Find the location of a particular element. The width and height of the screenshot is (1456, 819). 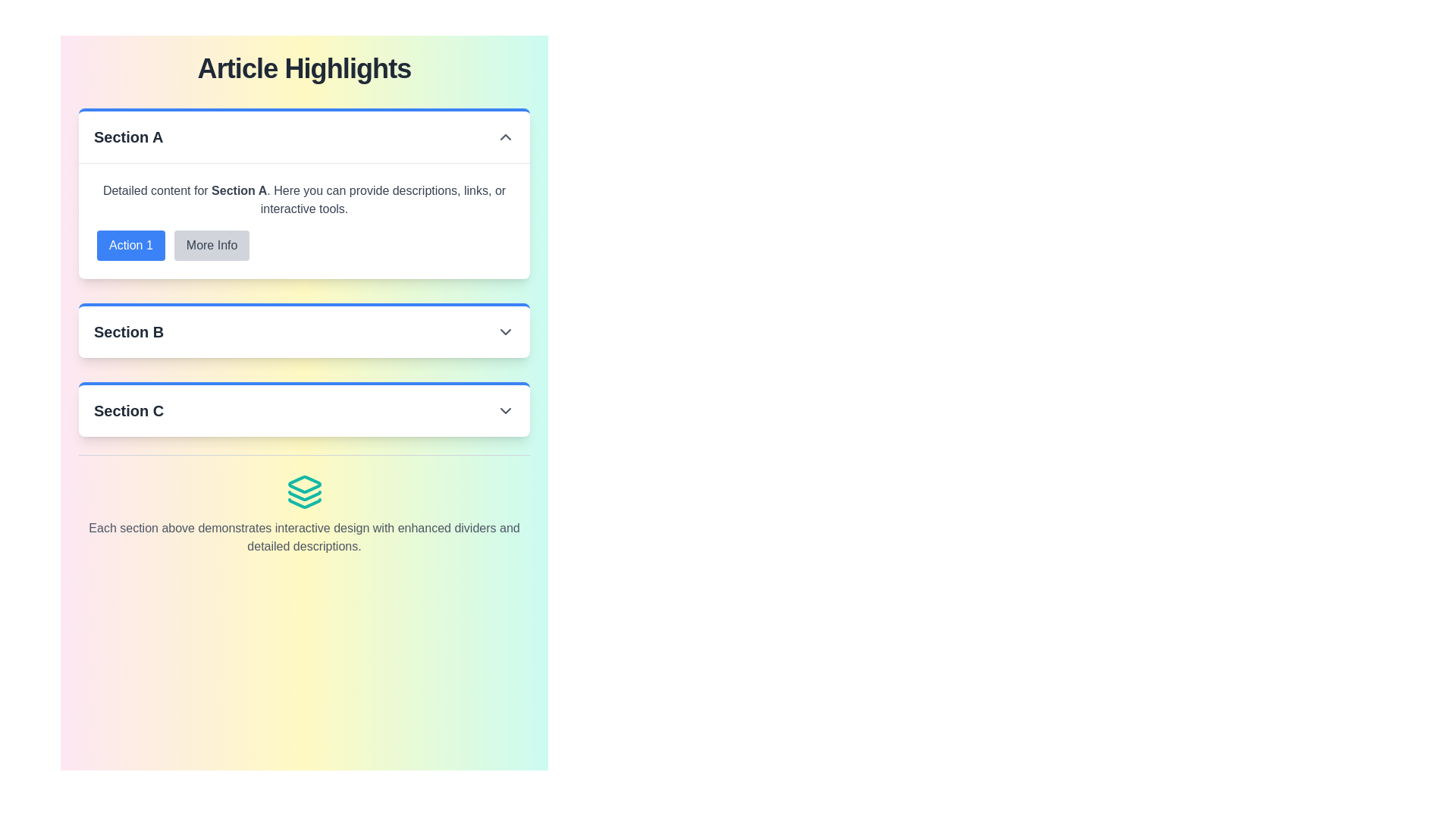

the button located to the right of 'Action 1' under the heading 'Section A' is located at coordinates (211, 245).